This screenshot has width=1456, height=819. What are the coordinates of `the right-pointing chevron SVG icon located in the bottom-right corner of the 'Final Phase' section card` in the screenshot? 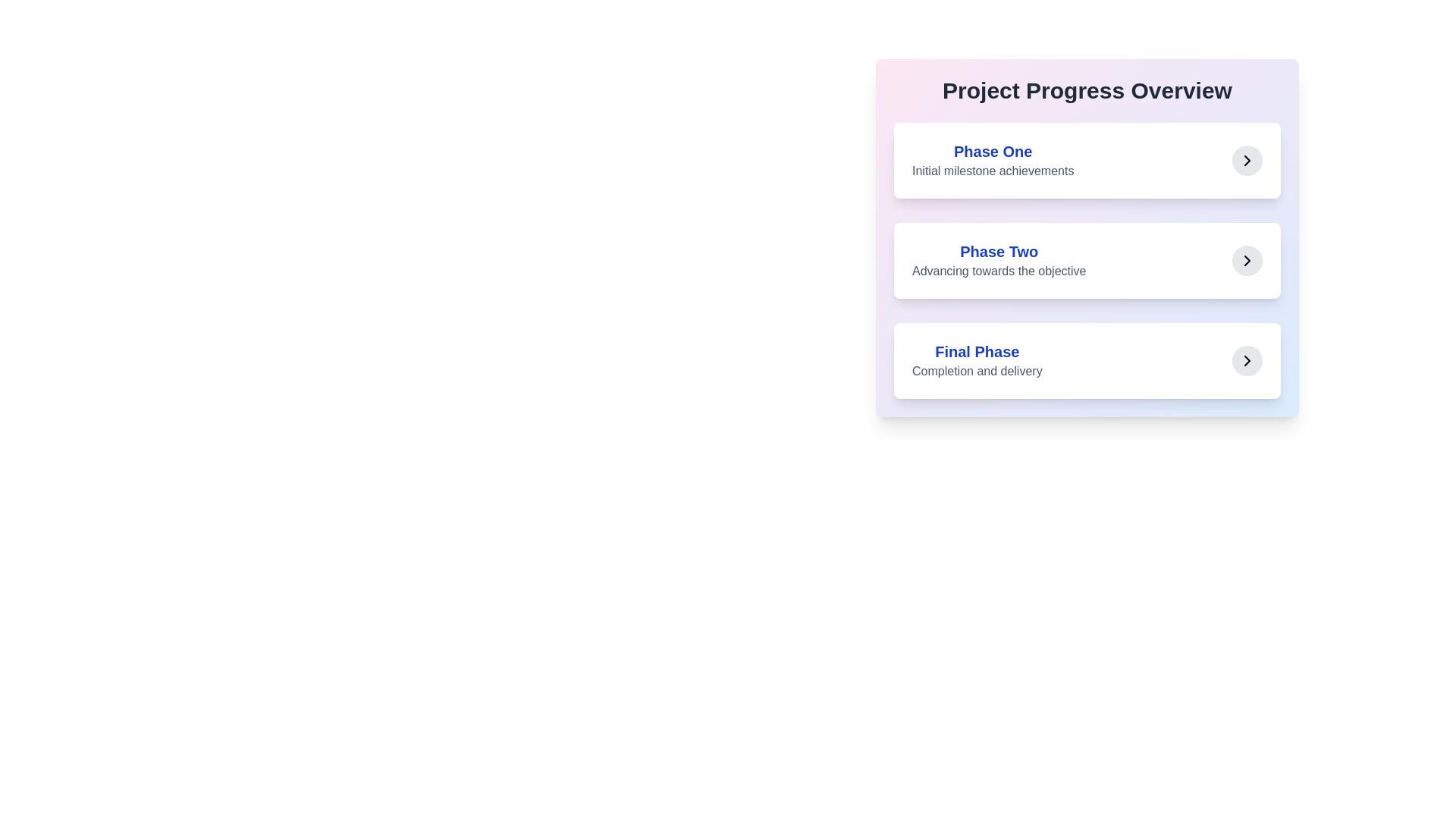 It's located at (1247, 360).